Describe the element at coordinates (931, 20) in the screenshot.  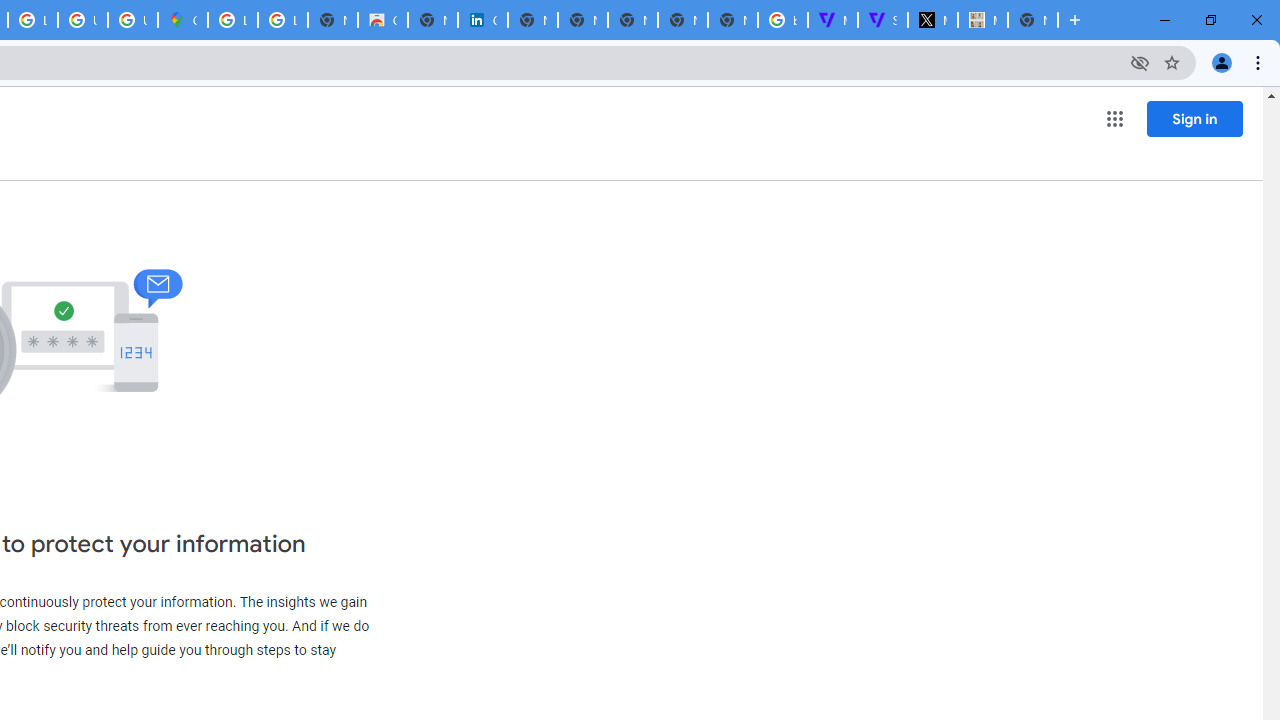
I see `'Miley Cyrus (@MileyCyrus) / X'` at that location.